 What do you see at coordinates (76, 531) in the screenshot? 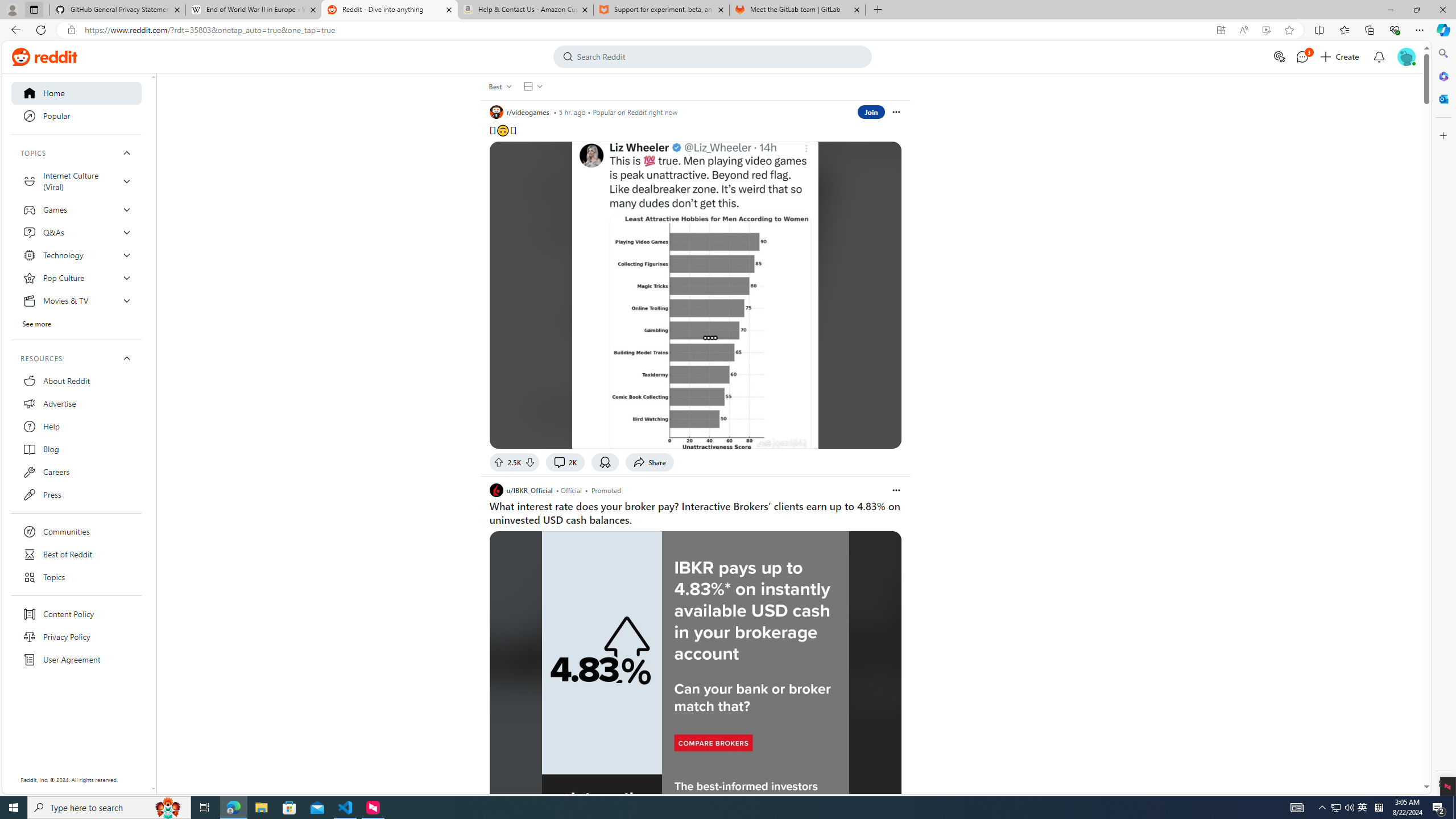
I see `'Communities'` at bounding box center [76, 531].